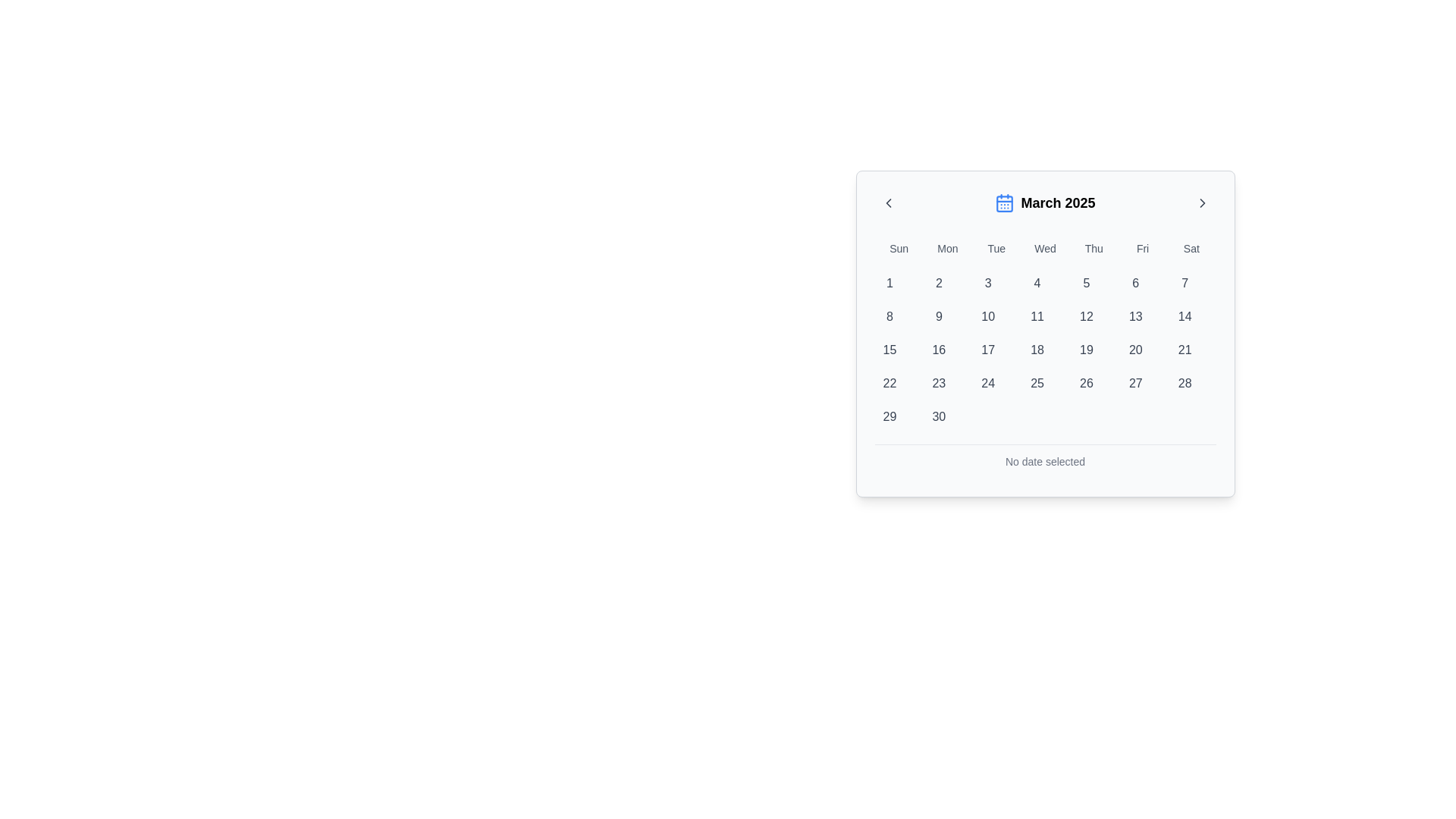 The height and width of the screenshot is (819, 1456). I want to click on the button representing the 14th day in the calendar view, so click(1184, 315).